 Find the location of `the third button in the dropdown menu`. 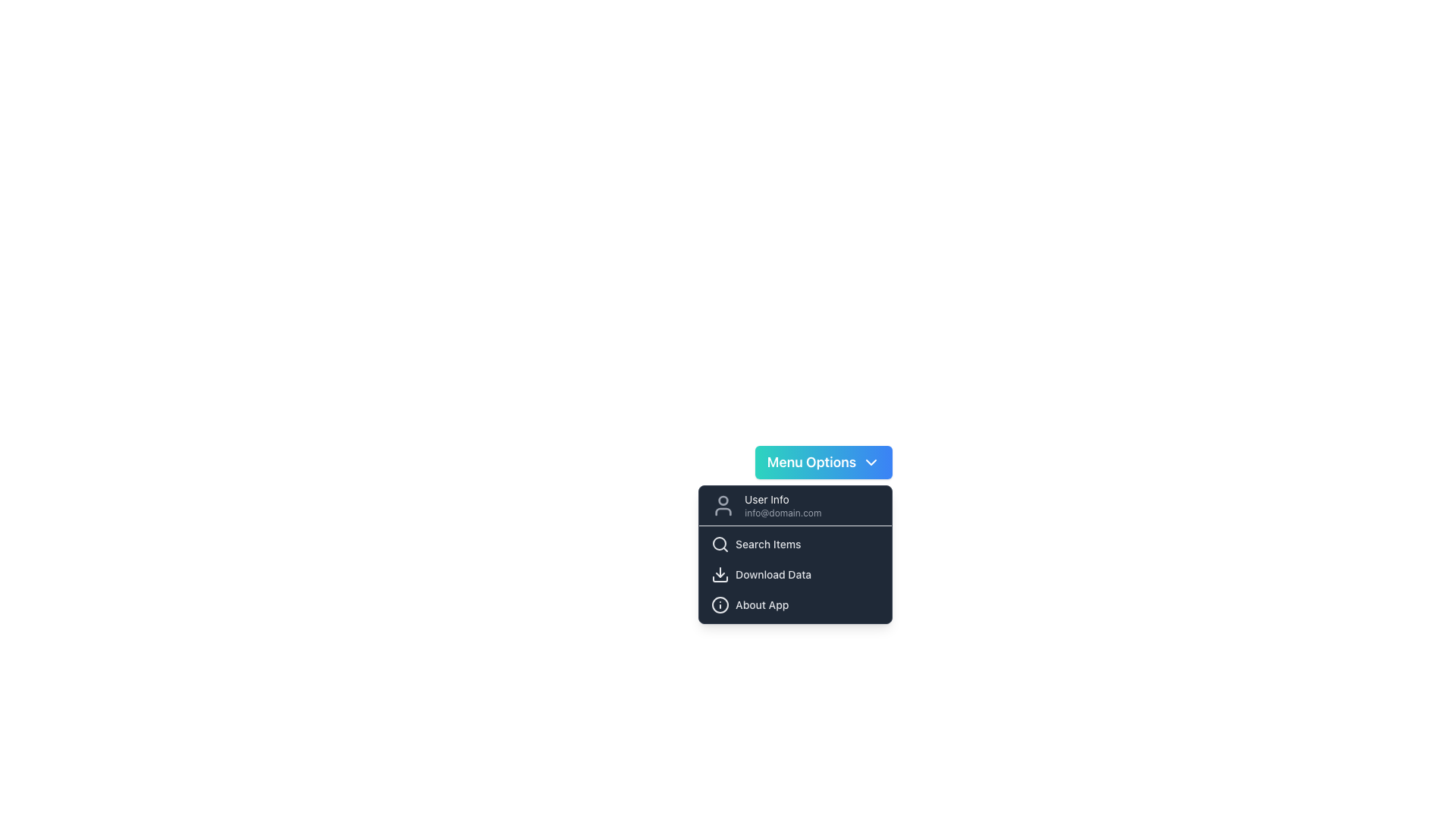

the third button in the dropdown menu is located at coordinates (795, 604).